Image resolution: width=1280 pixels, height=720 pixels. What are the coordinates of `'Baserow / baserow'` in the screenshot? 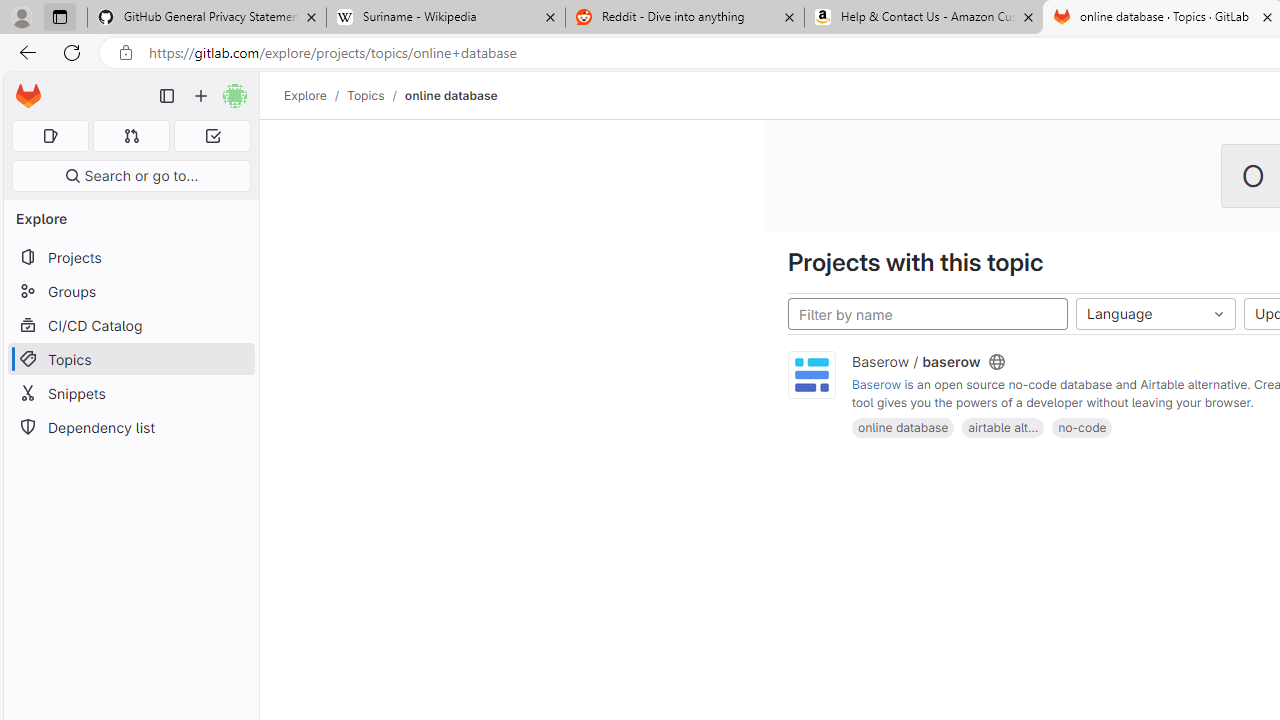 It's located at (915, 361).